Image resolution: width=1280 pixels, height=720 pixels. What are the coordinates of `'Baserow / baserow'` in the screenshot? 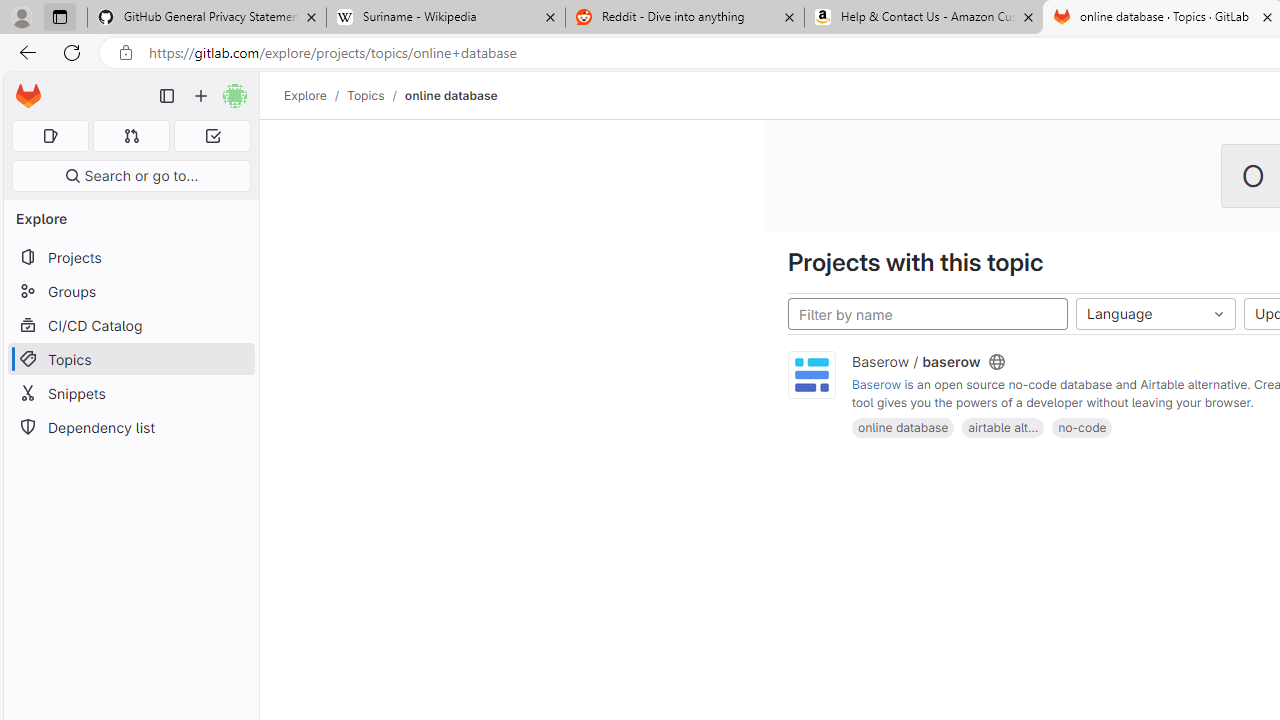 It's located at (915, 361).